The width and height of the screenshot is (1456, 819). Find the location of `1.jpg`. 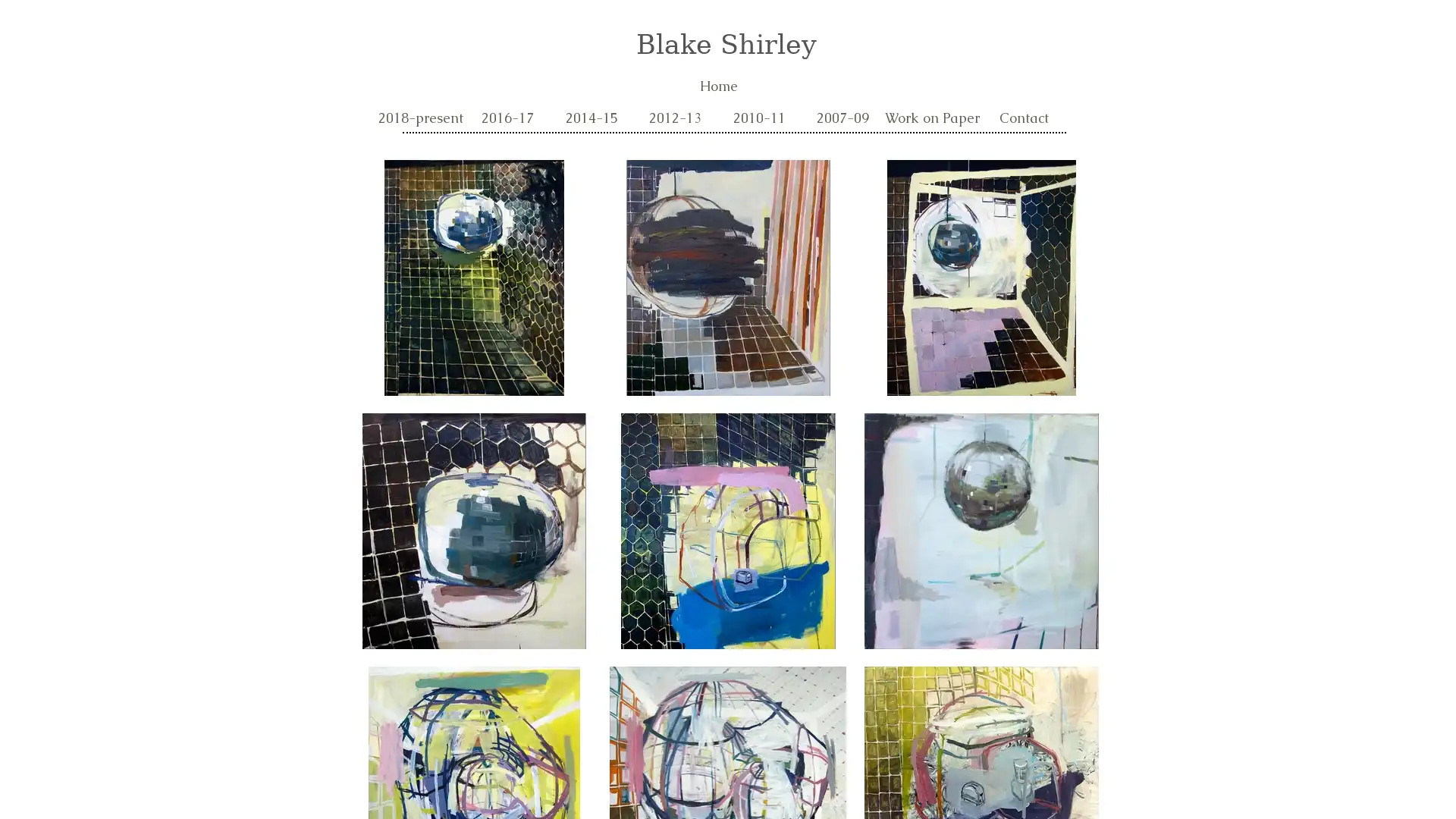

1.jpg is located at coordinates (473, 278).